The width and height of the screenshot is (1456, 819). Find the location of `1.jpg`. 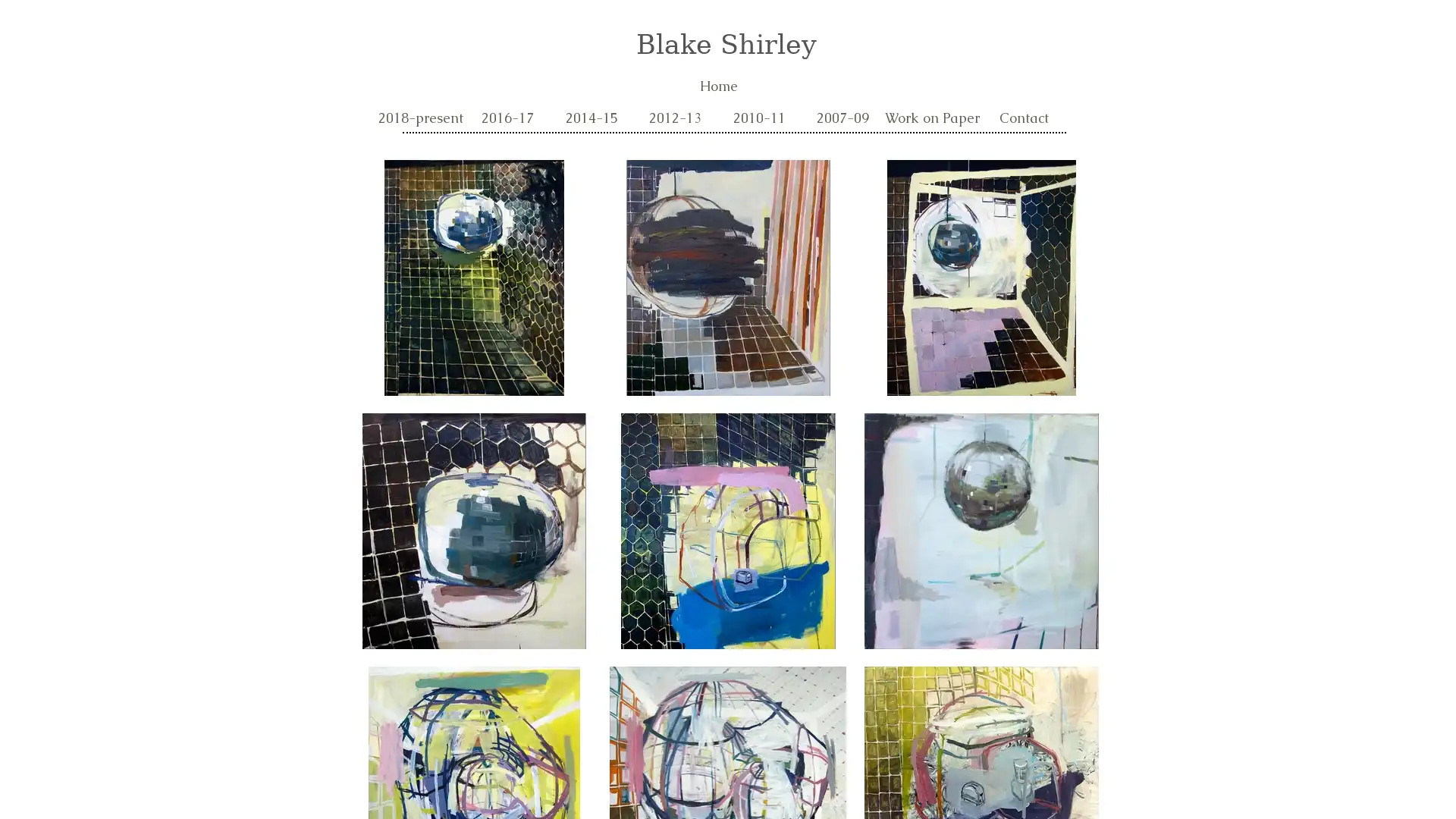

1.jpg is located at coordinates (473, 278).